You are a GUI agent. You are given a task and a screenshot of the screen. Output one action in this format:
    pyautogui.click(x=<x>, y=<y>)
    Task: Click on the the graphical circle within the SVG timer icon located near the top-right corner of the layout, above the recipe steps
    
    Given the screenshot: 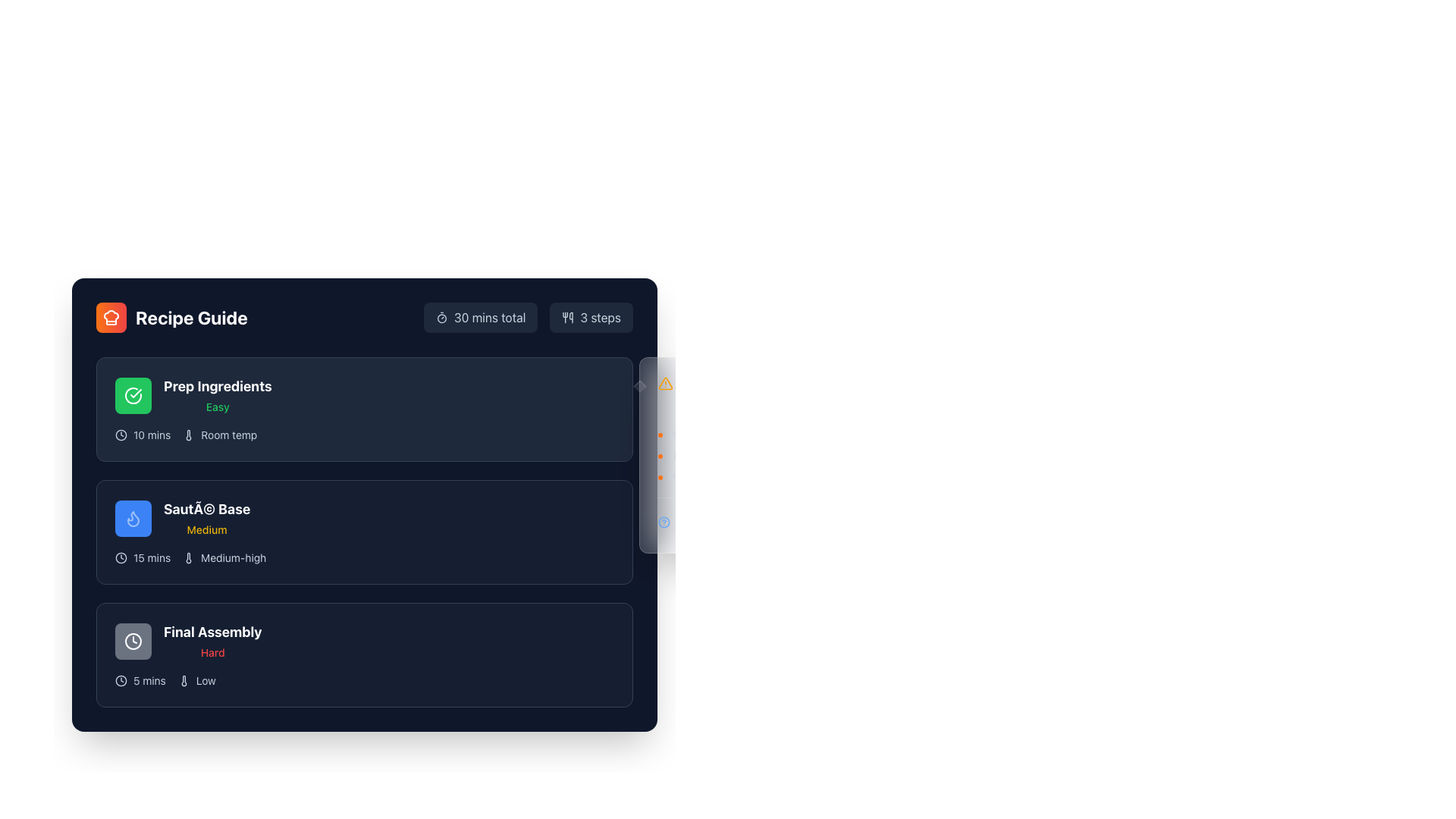 What is the action you would take?
    pyautogui.click(x=441, y=318)
    